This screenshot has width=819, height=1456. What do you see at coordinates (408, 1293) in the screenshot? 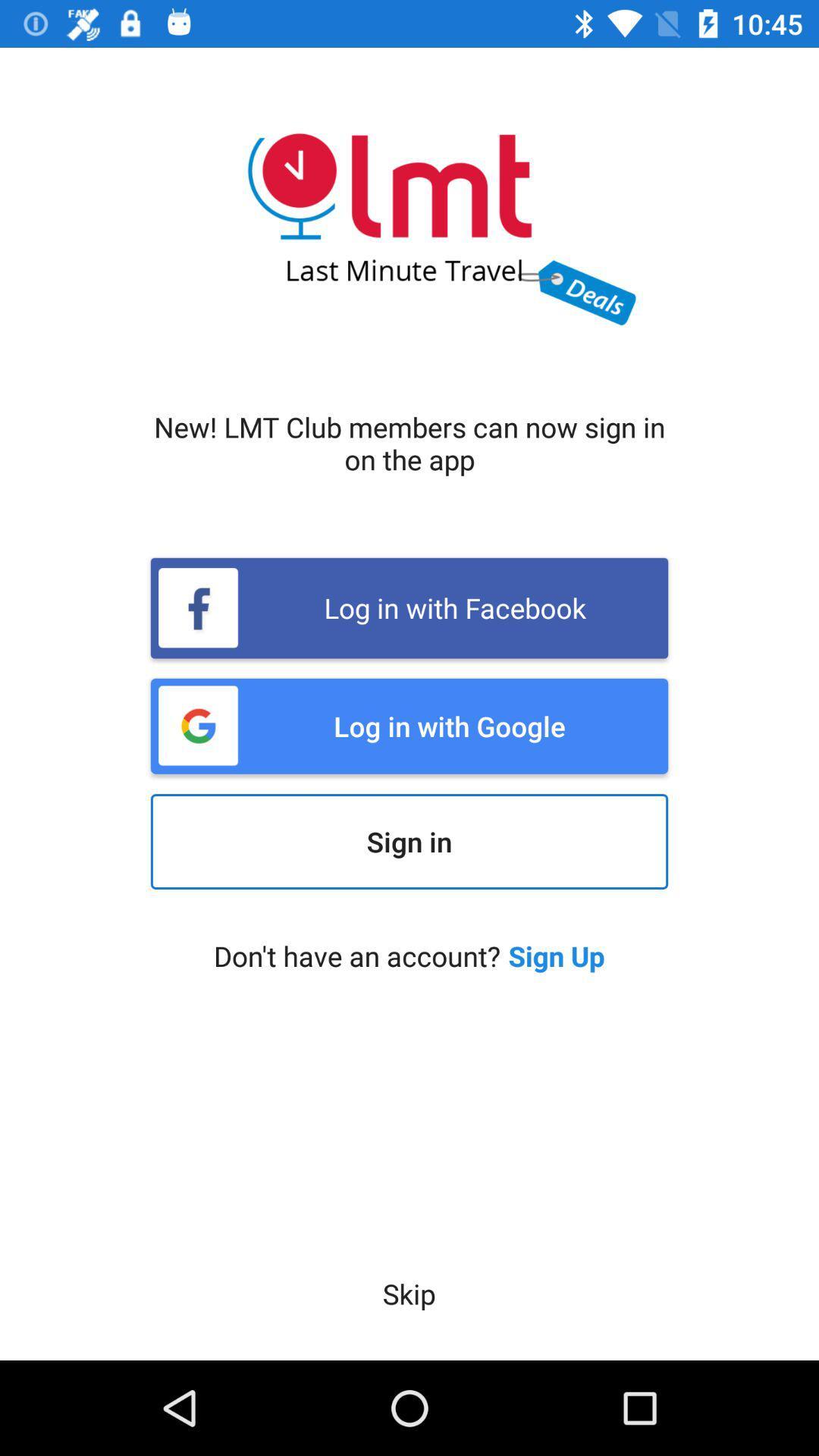
I see `the skip icon` at bounding box center [408, 1293].